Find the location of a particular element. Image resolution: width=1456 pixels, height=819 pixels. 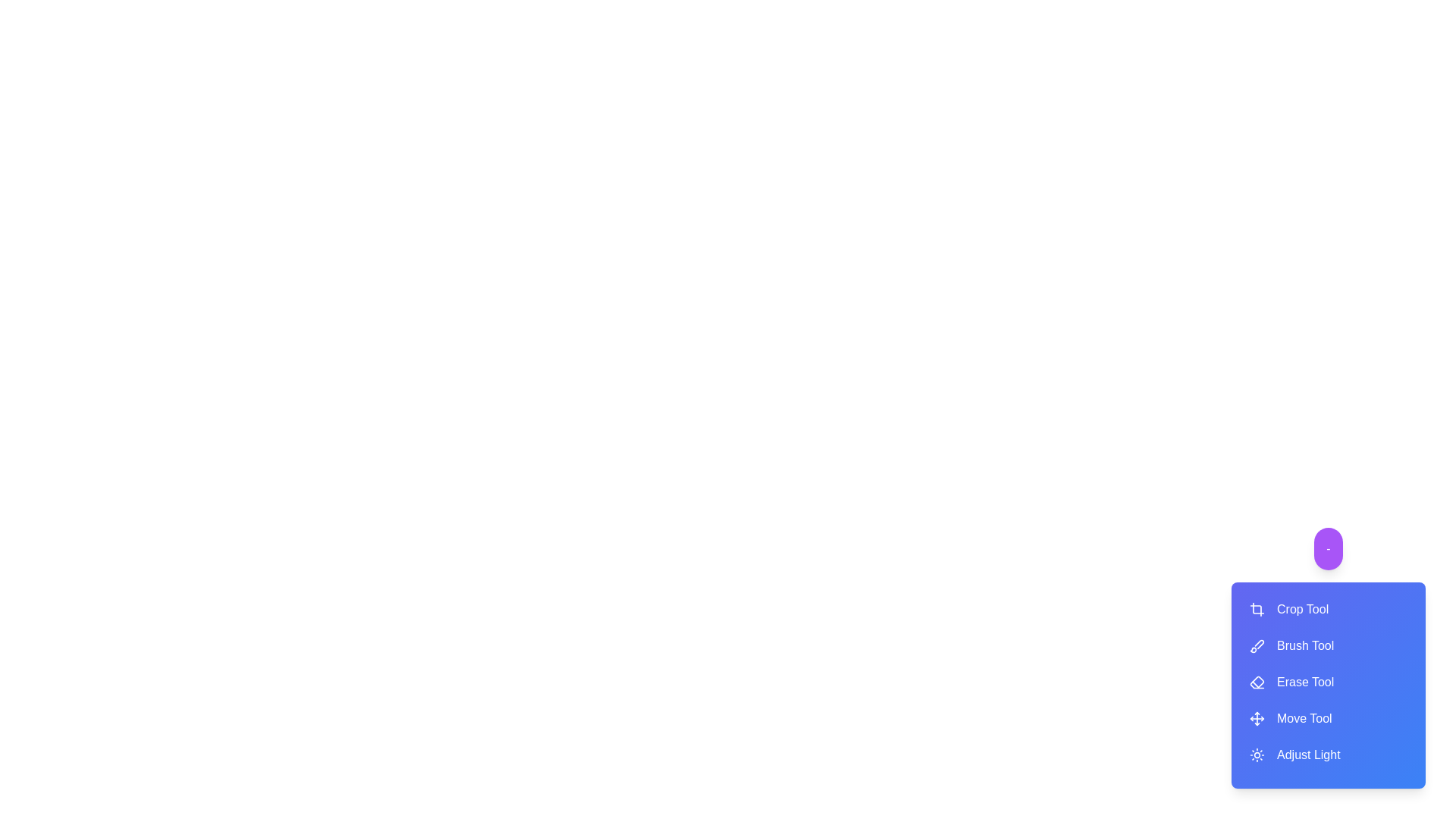

the Text label for adjusting light settings, which is located at the bottom of the vertical menu and aligned with a sun-like icon on the left is located at coordinates (1307, 755).